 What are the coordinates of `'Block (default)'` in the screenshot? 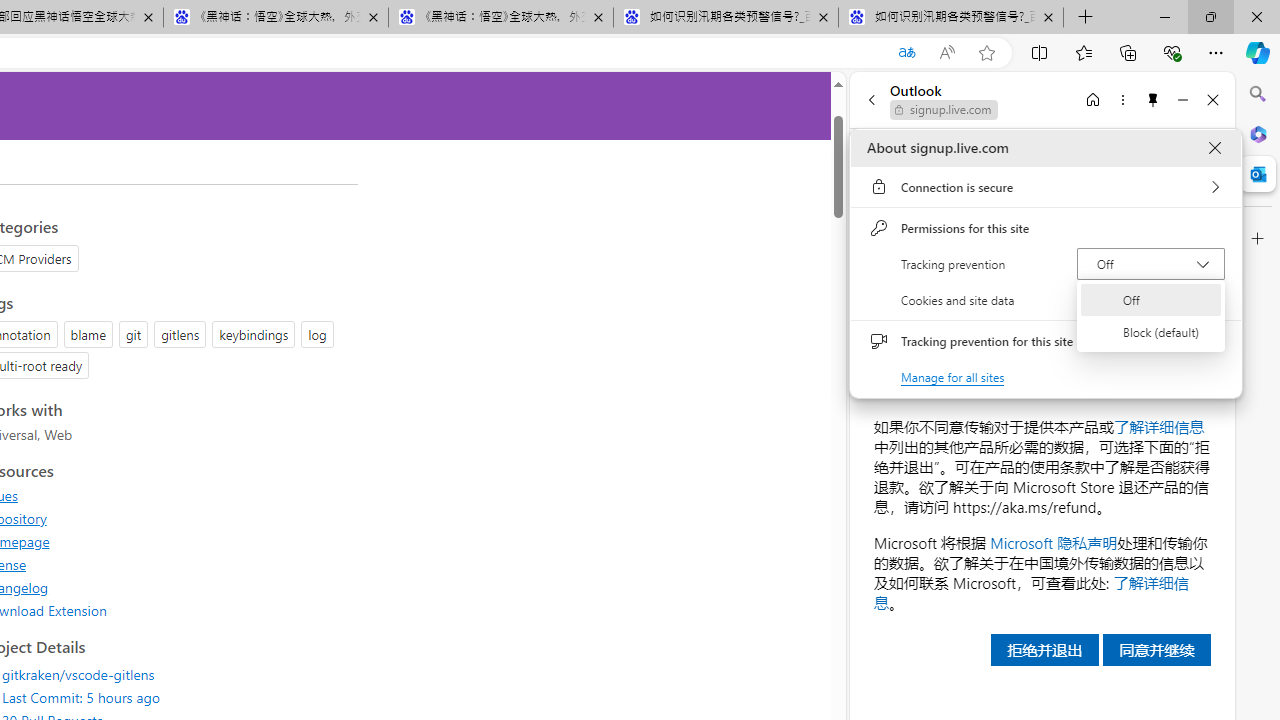 It's located at (1151, 330).